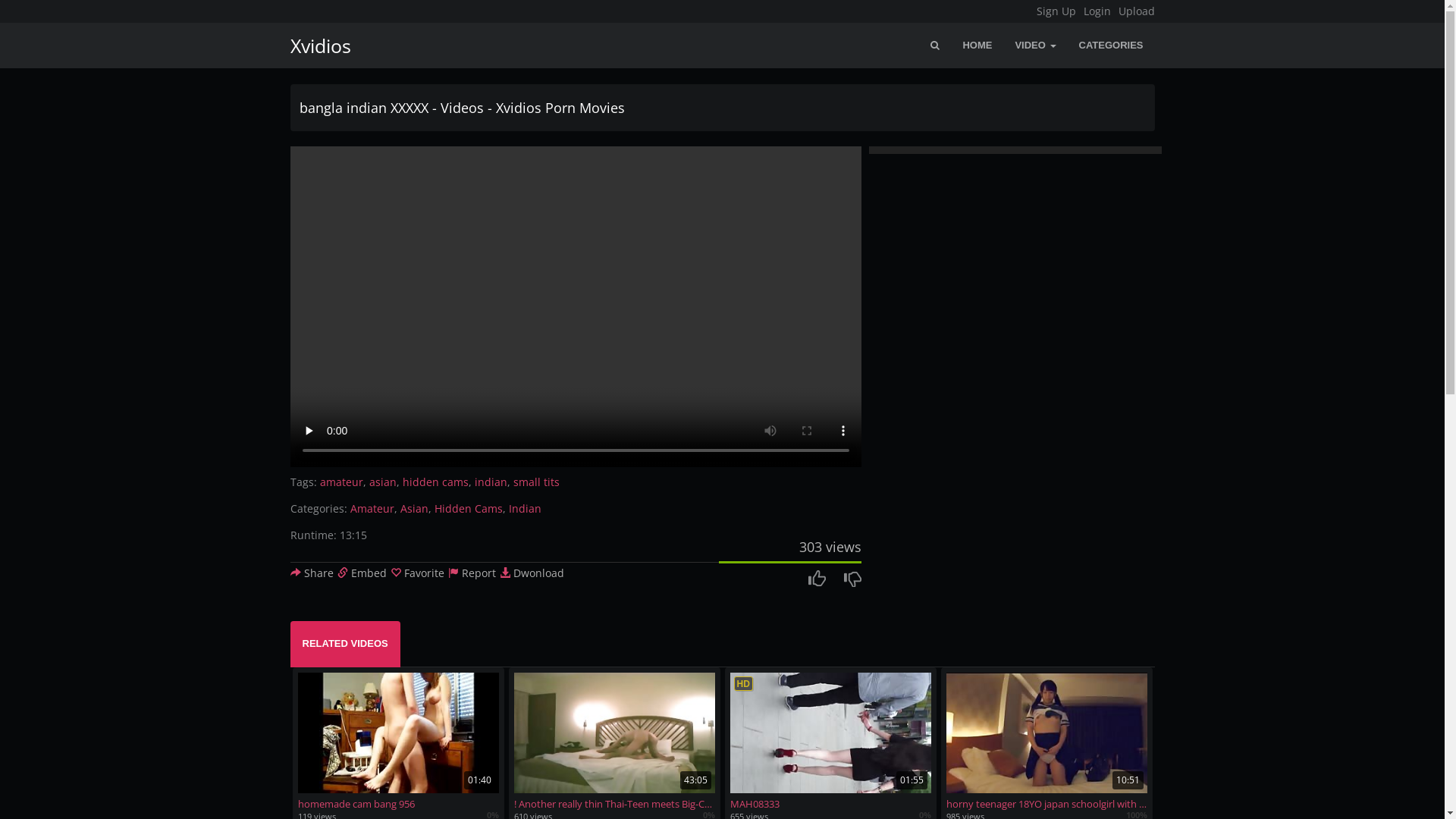  What do you see at coordinates (491, 482) in the screenshot?
I see `'indian'` at bounding box center [491, 482].